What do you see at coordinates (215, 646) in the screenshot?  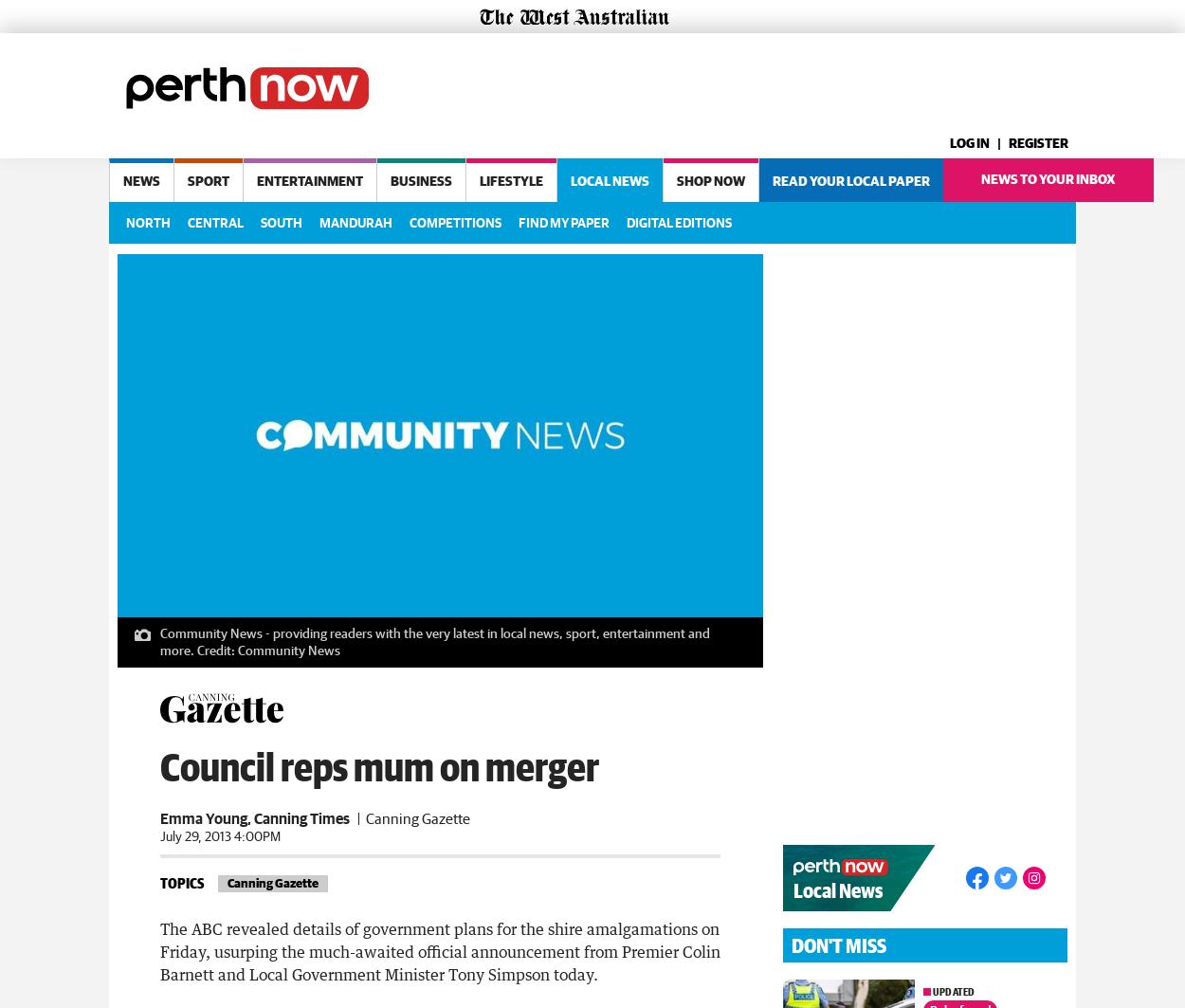 I see `'Credit:'` at bounding box center [215, 646].